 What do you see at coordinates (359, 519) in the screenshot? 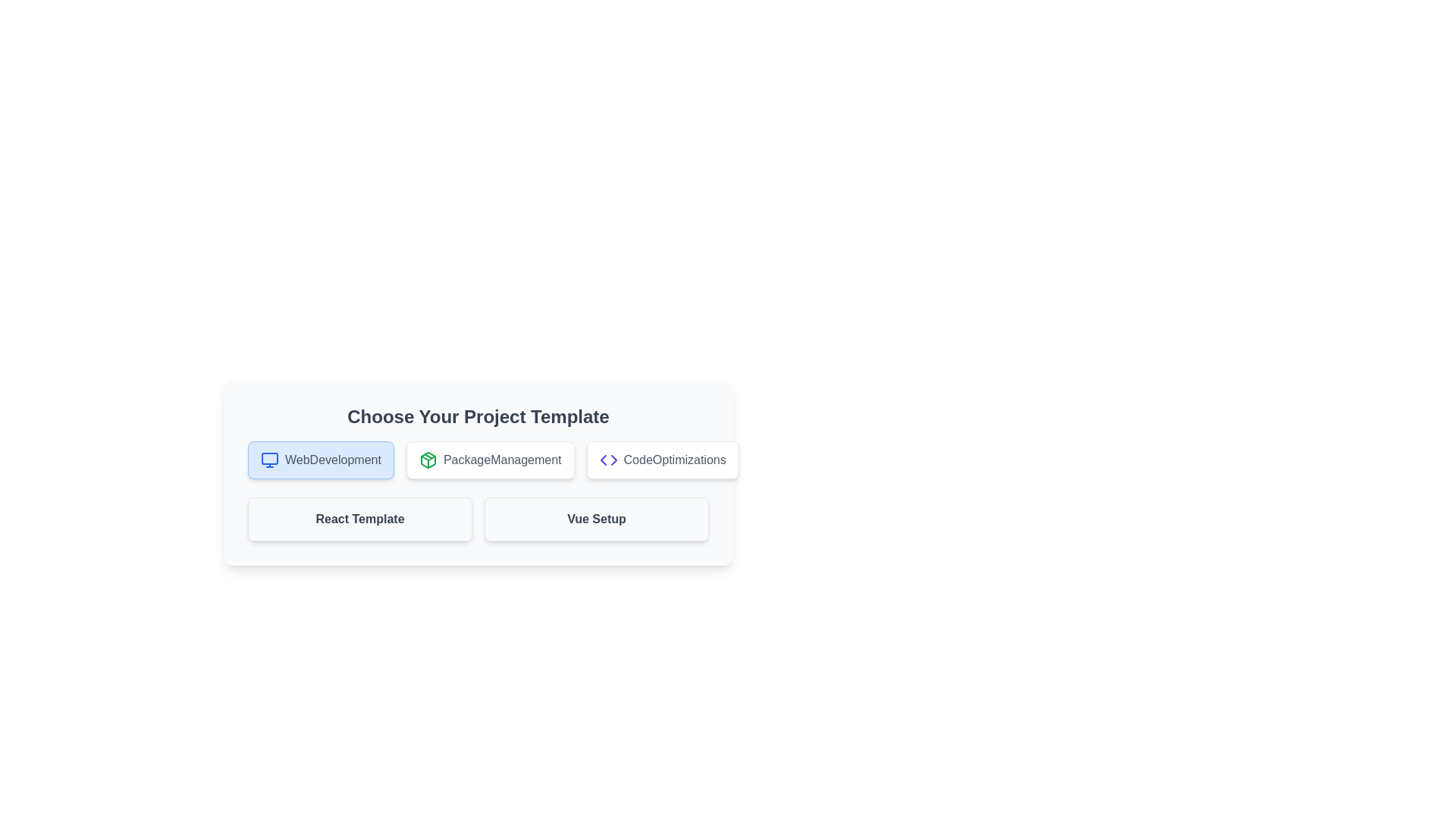
I see `the text label that identifies the associated card within the 'Choose Your Project Template' section, located in the first row, second column of the grid layout` at bounding box center [359, 519].